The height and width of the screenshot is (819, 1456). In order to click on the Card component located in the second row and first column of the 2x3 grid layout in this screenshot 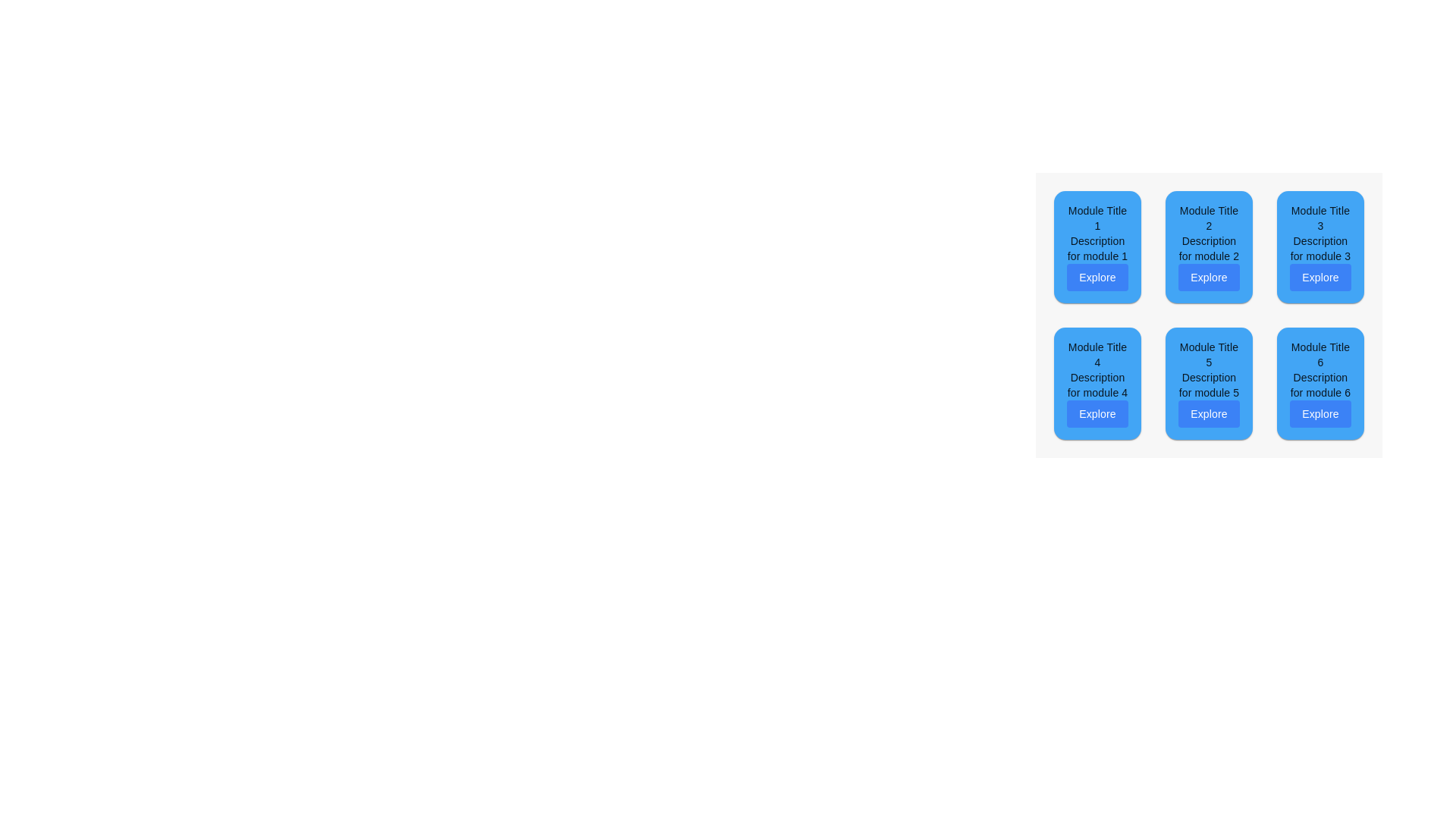, I will do `click(1097, 383)`.